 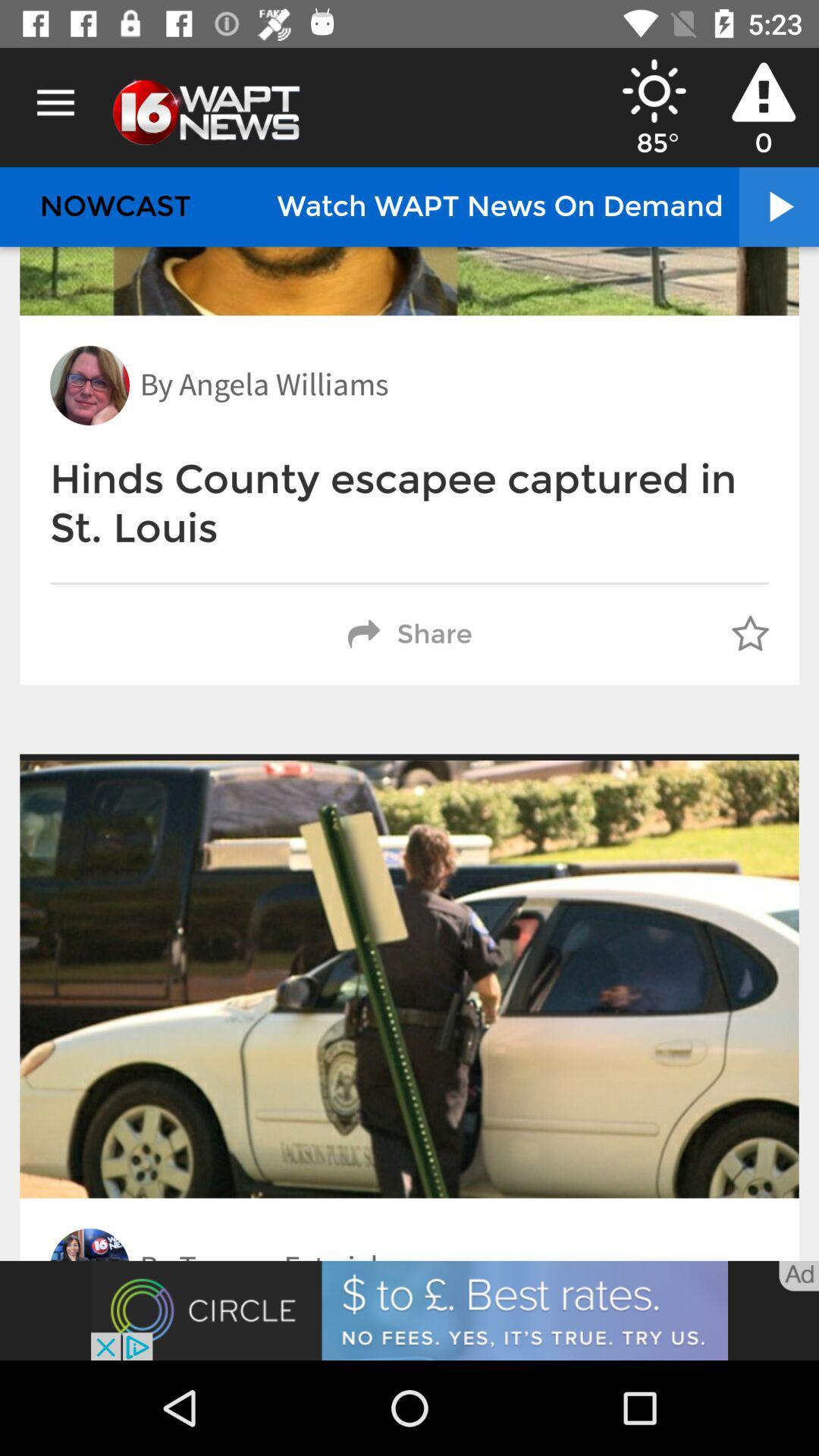 What do you see at coordinates (409, 1310) in the screenshot?
I see `advertisement` at bounding box center [409, 1310].